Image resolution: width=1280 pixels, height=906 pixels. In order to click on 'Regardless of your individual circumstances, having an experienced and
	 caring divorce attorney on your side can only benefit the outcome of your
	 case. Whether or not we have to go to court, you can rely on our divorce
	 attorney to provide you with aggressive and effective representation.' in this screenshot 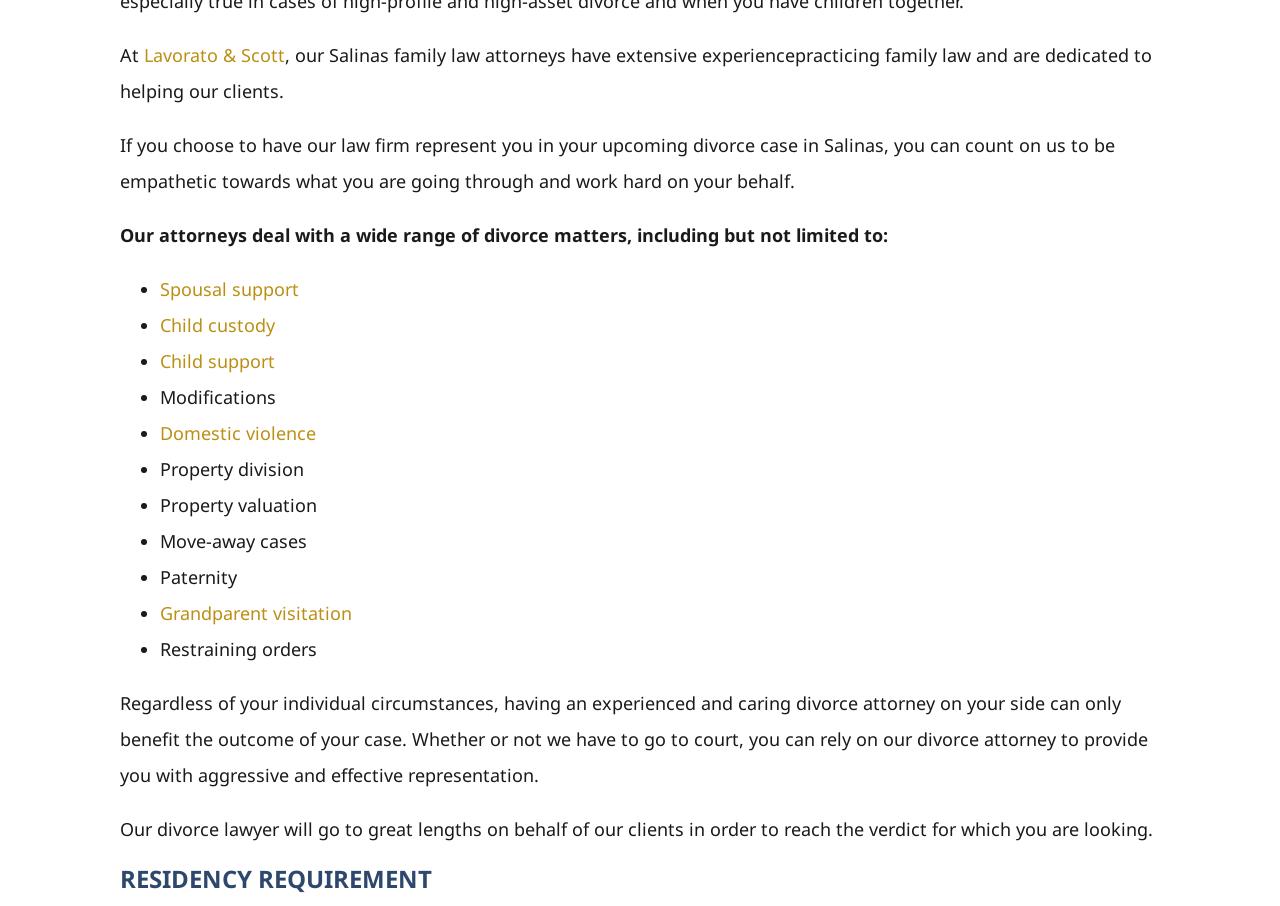, I will do `click(632, 737)`.